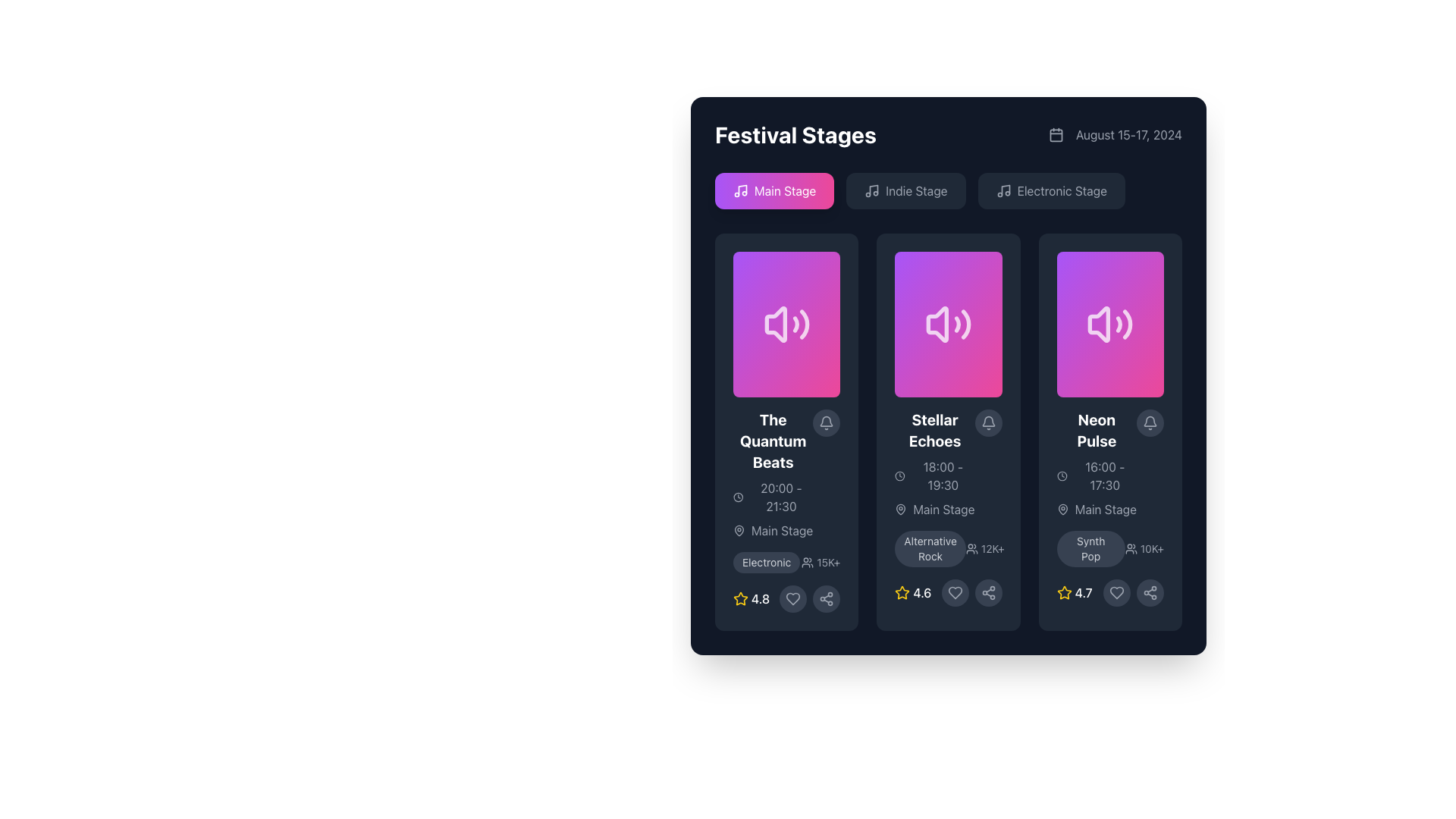 The width and height of the screenshot is (1456, 819). What do you see at coordinates (1055, 133) in the screenshot?
I see `the calendar icon located in the top right section of the interface, which visually represents the date range 'August 15-17, 2024'` at bounding box center [1055, 133].